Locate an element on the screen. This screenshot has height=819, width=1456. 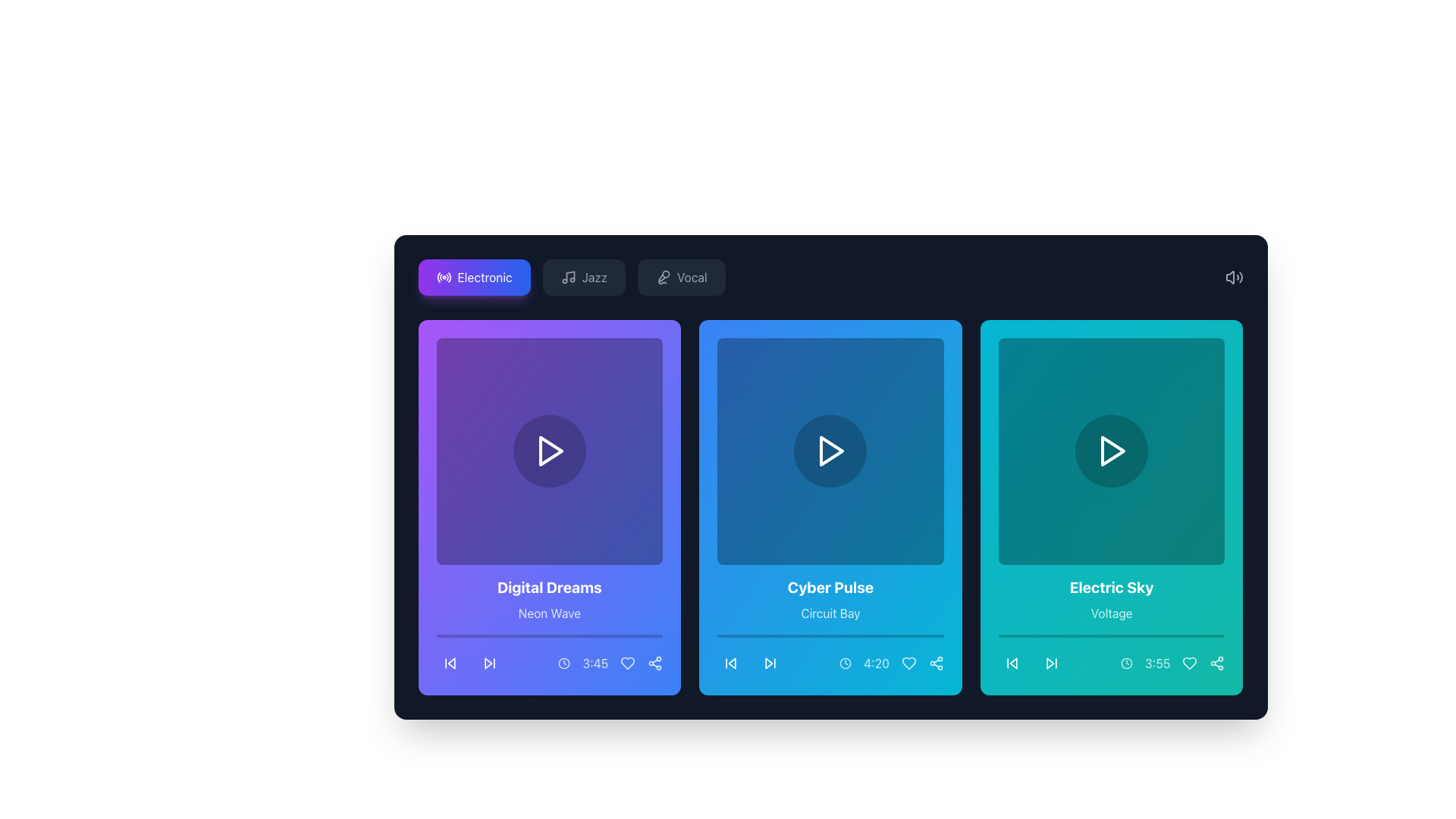
the text label displaying 'Circuit Bay', which is located beneath the title 'Cyber Pulse' within the second card of a horizontally-arranged list of three cards is located at coordinates (830, 612).